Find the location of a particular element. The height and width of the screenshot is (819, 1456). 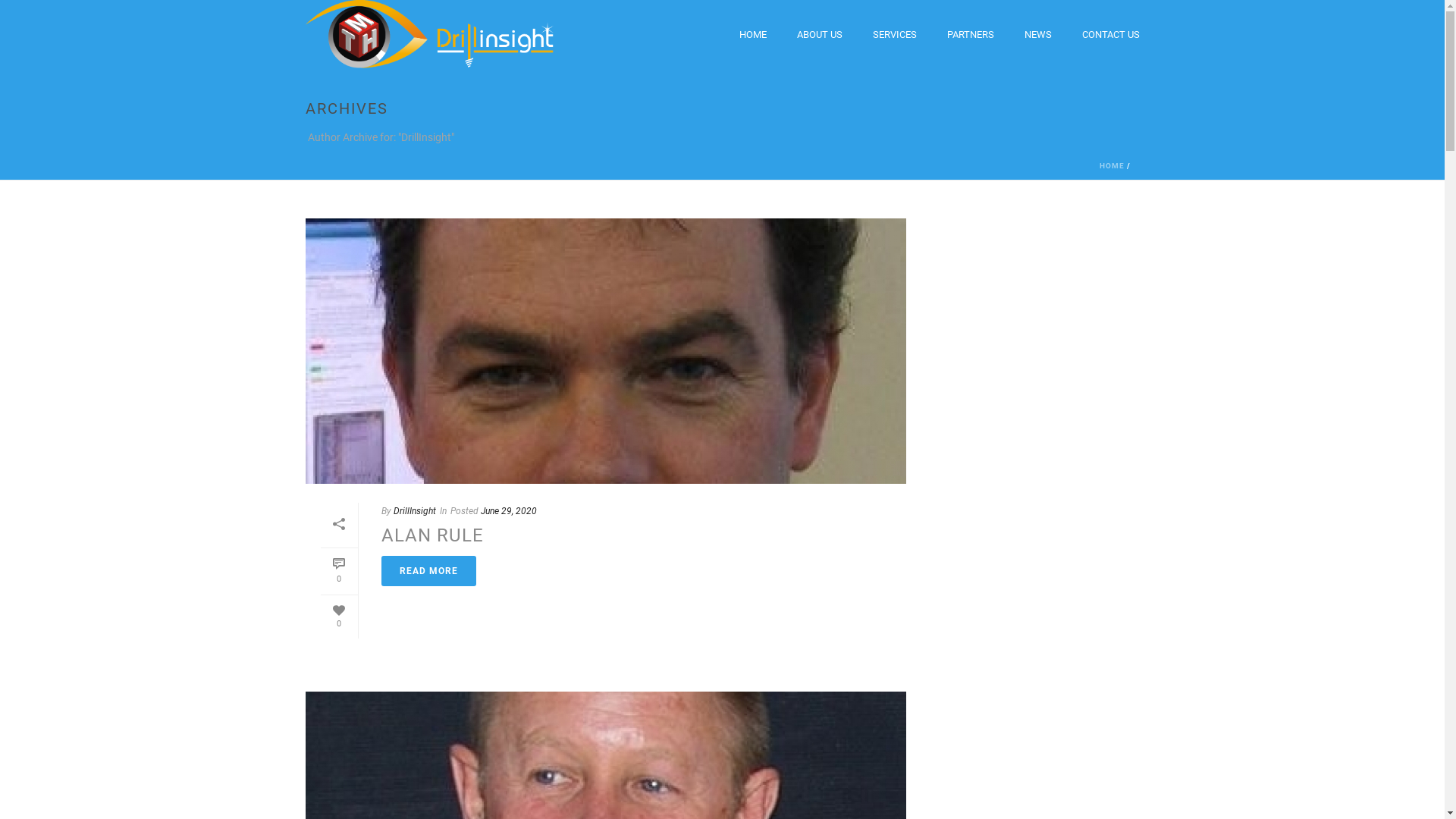

'Alan Rule' is located at coordinates (604, 350).